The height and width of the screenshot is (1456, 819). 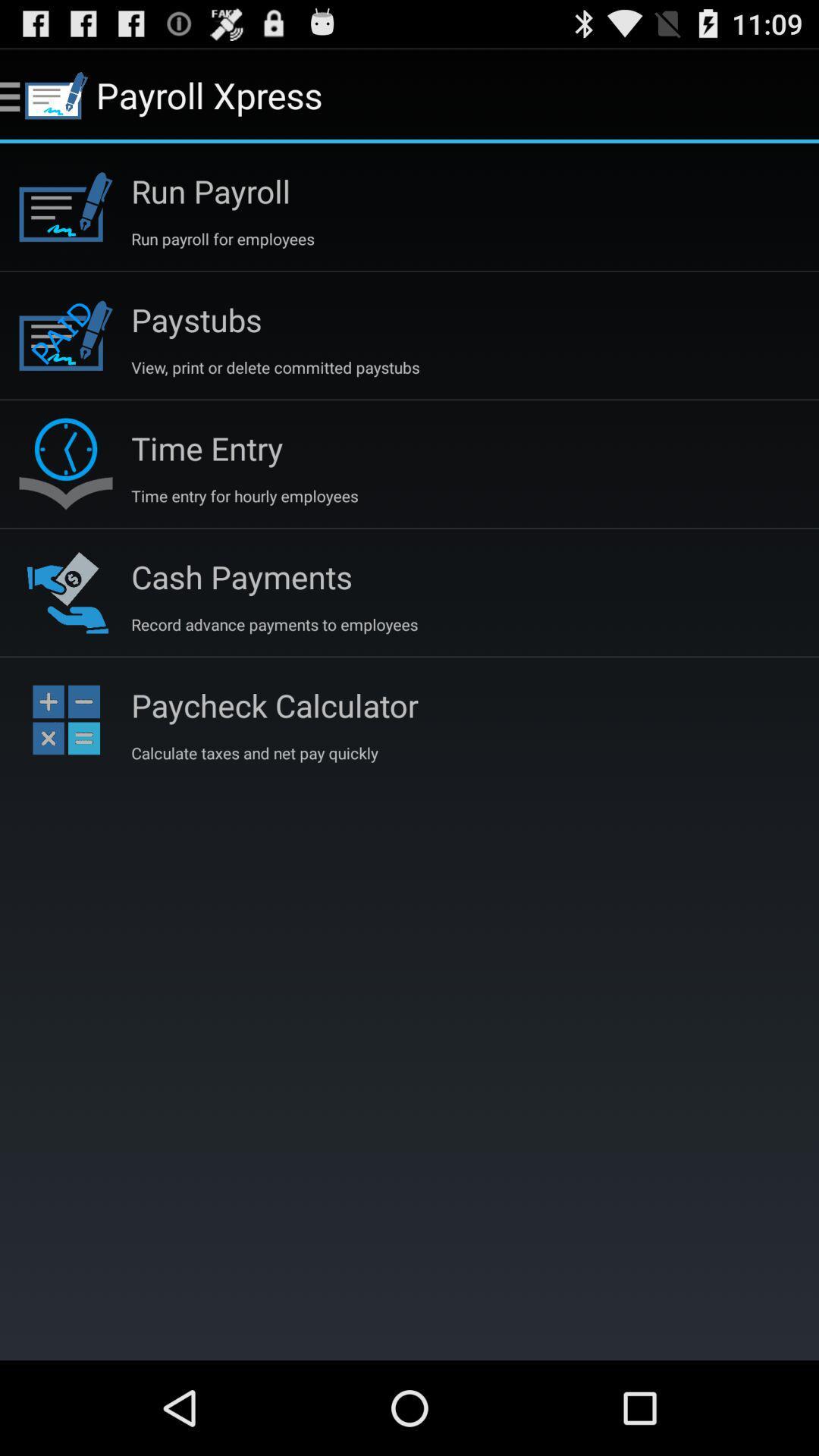 I want to click on the item below record advance payments item, so click(x=275, y=704).